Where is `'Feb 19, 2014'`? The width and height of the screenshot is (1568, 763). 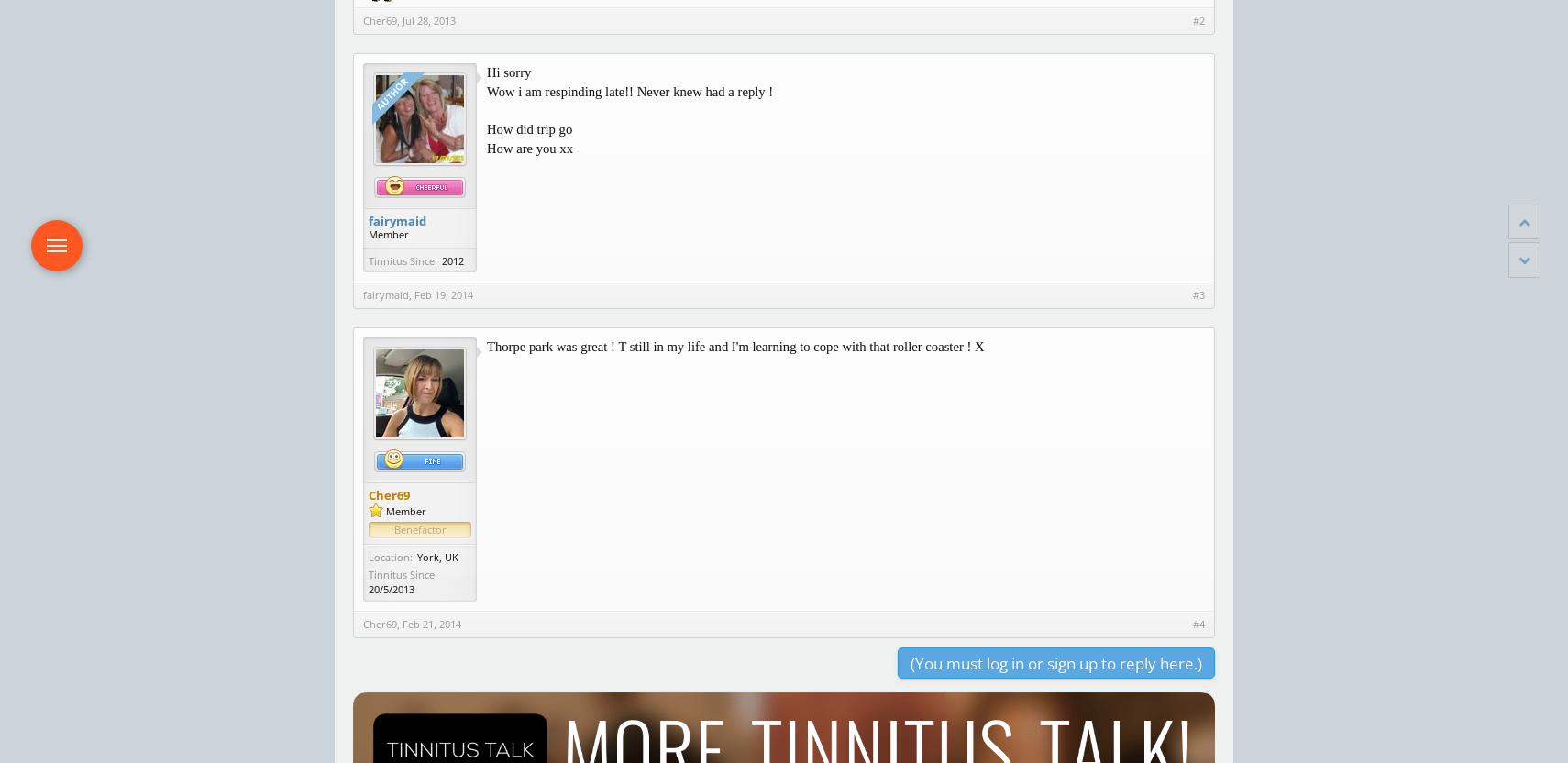
'Feb 19, 2014' is located at coordinates (414, 294).